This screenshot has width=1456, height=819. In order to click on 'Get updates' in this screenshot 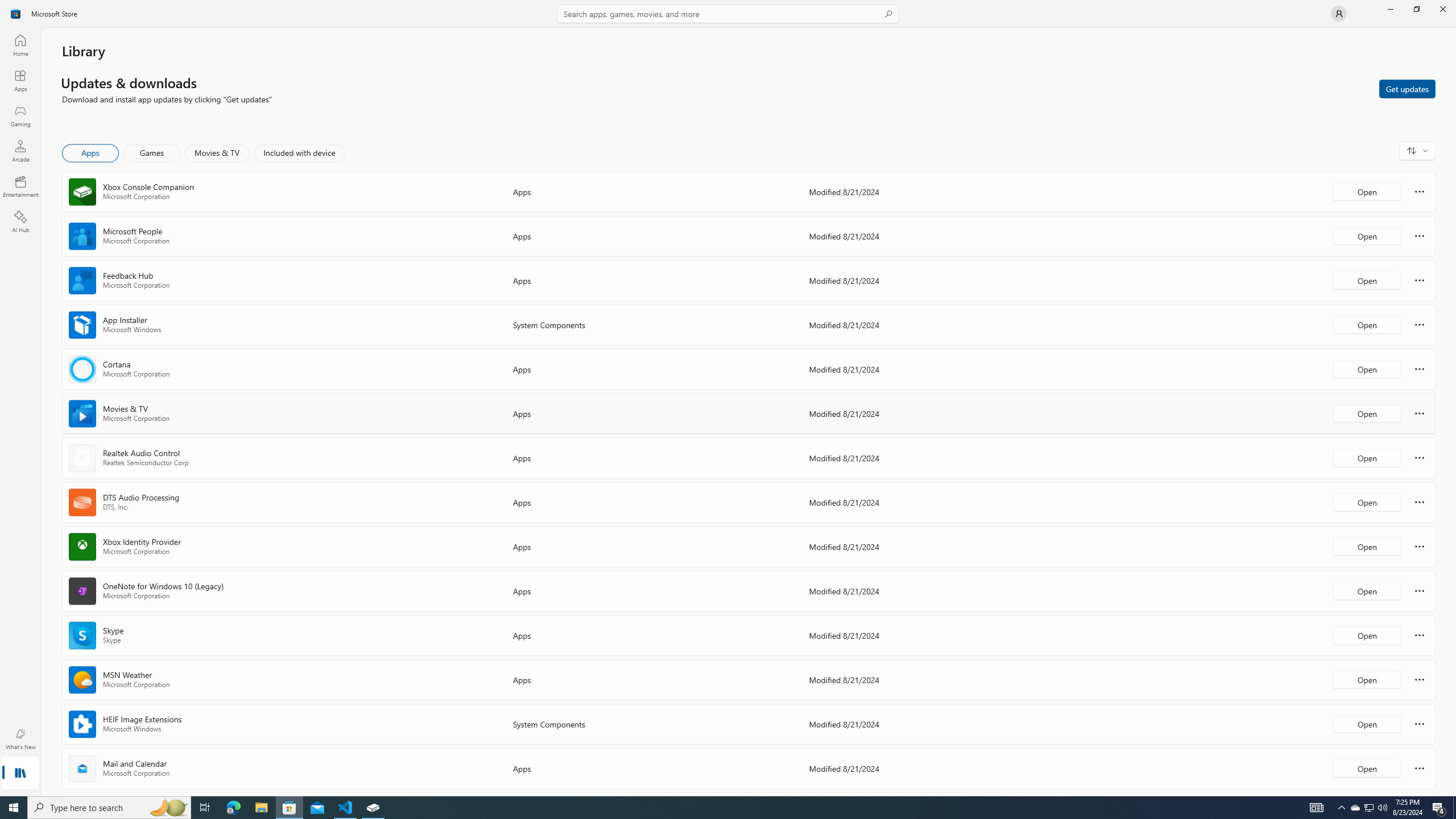, I will do `click(1407, 88)`.